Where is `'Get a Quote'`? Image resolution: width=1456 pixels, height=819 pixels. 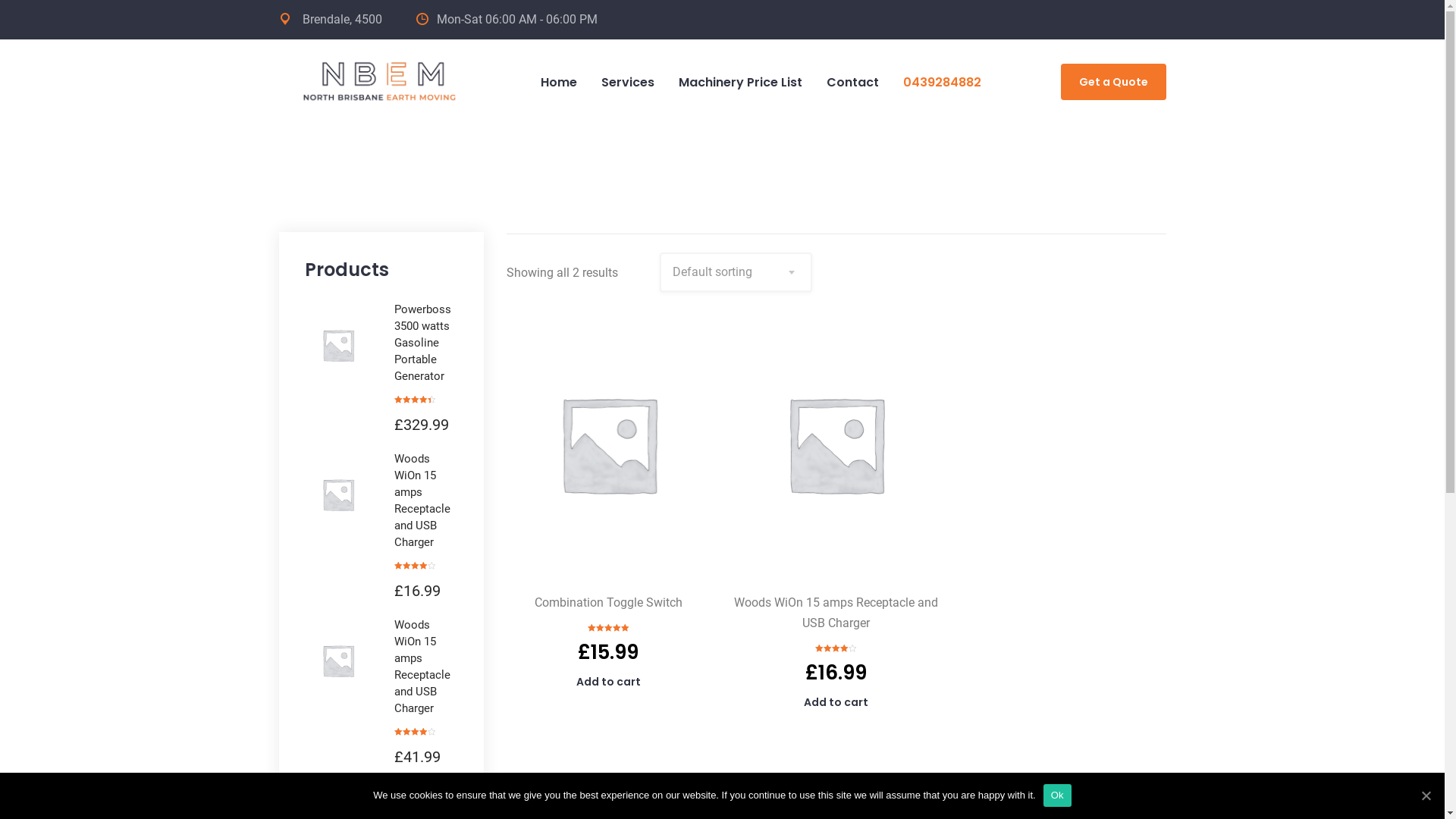
'Get a Quote' is located at coordinates (1112, 82).